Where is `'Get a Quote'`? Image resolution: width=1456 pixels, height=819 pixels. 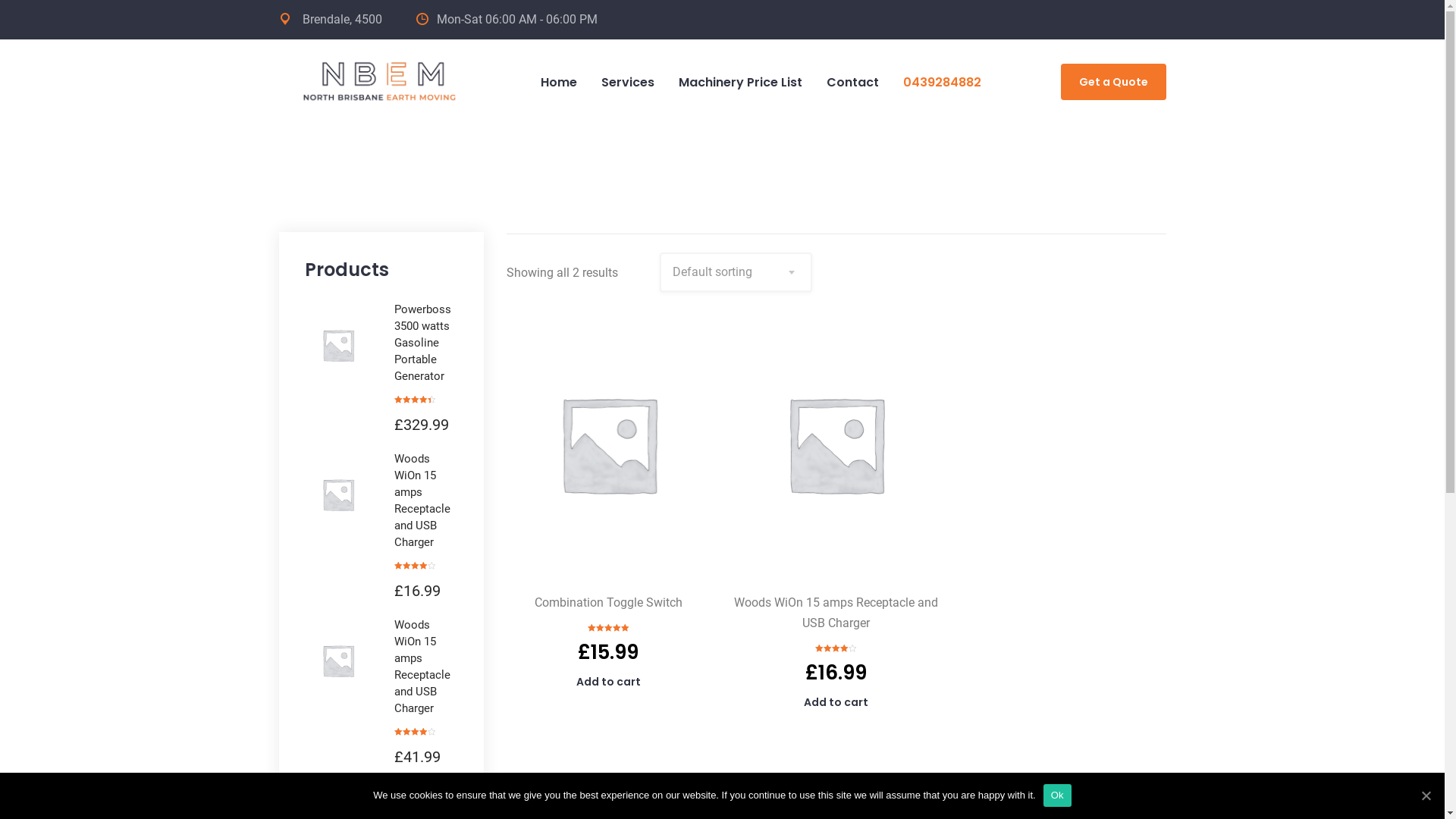
'Get a Quote' is located at coordinates (1112, 82).